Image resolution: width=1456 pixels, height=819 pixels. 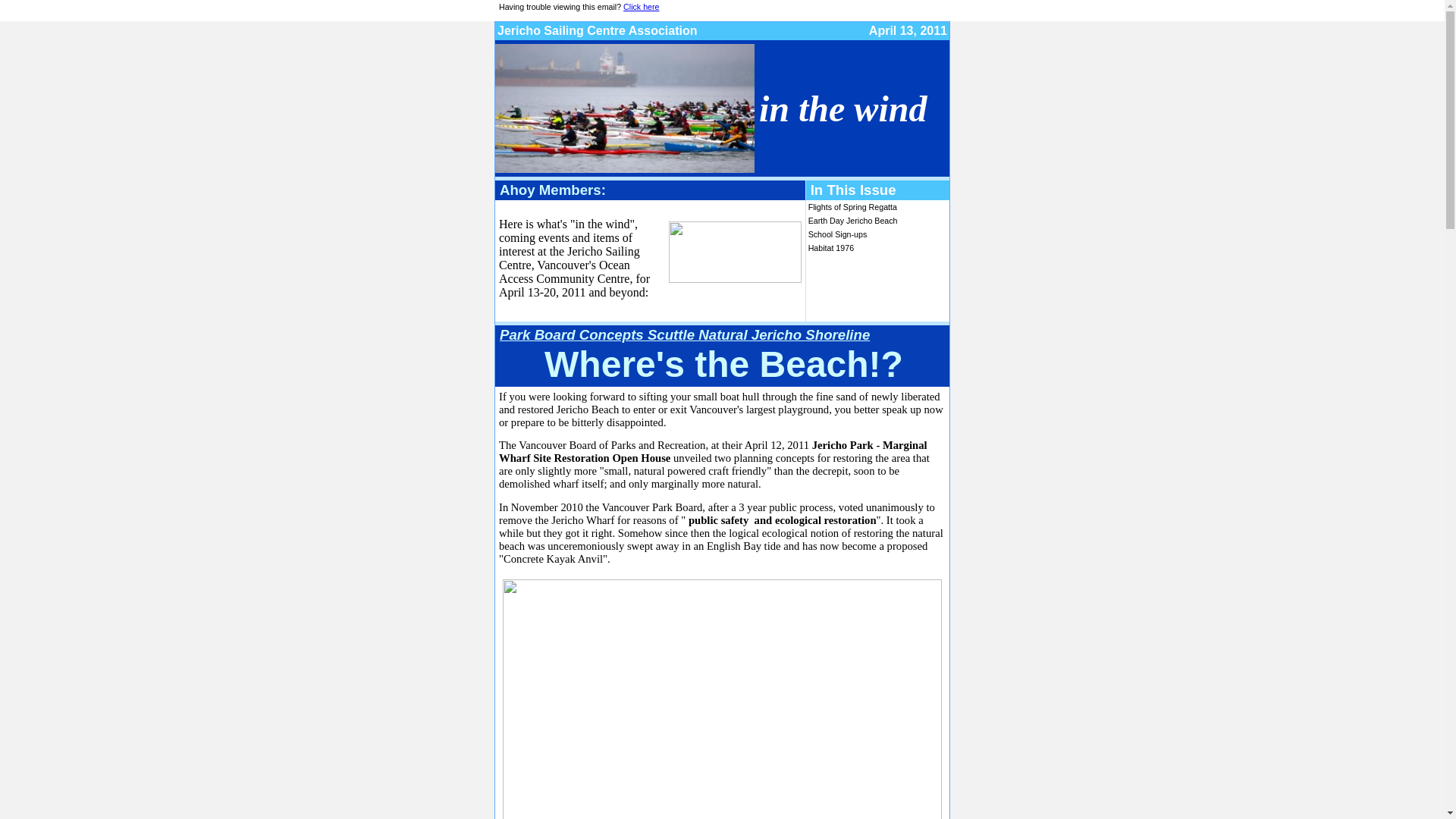 I want to click on 'Earth Day Jericho Beach', so click(x=852, y=220).